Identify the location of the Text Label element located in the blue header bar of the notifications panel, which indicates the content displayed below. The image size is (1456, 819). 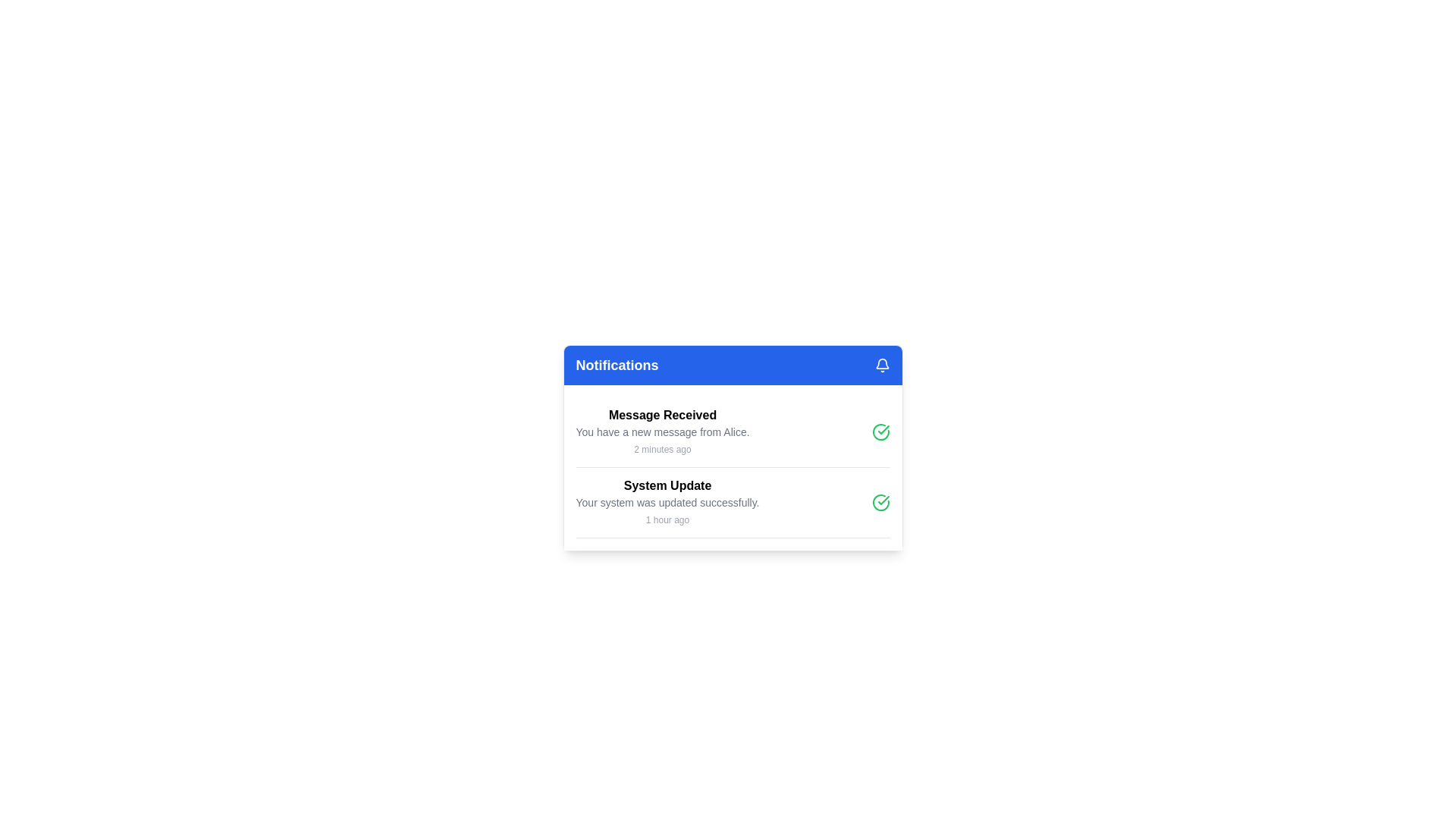
(617, 366).